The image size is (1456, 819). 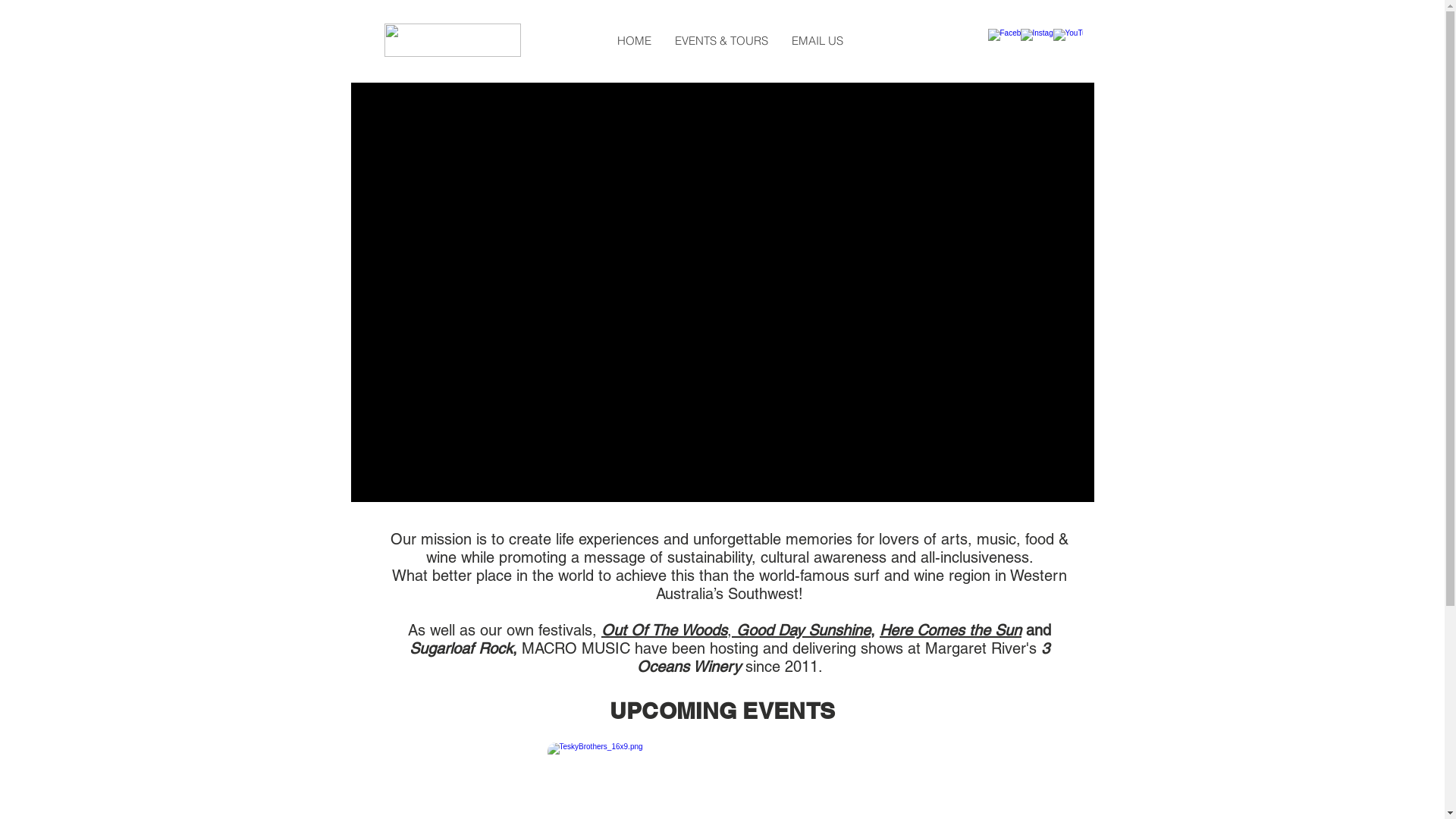 What do you see at coordinates (949, 629) in the screenshot?
I see `'Here Comes the Sun'` at bounding box center [949, 629].